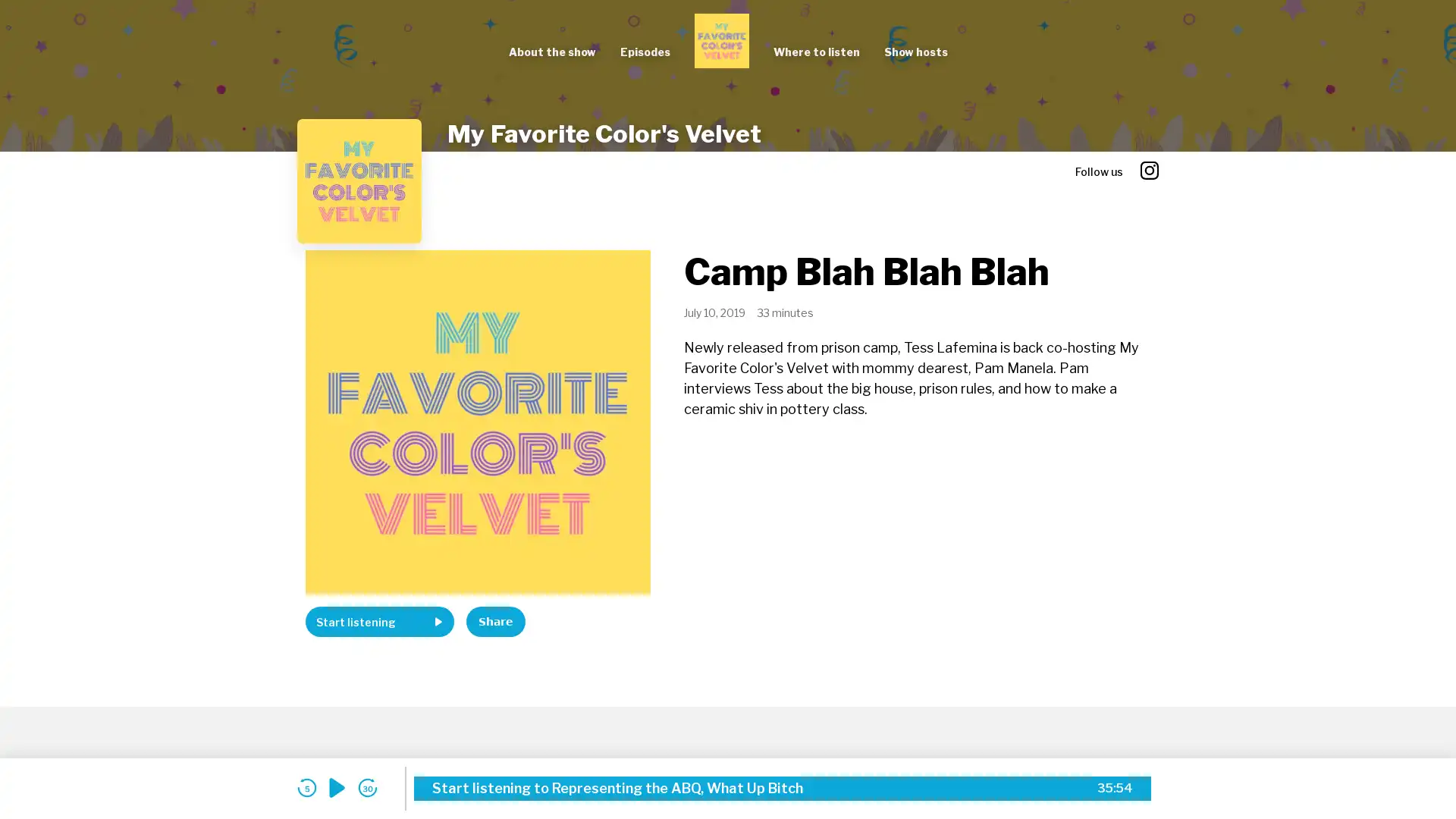 This screenshot has height=819, width=1456. What do you see at coordinates (367, 787) in the screenshot?
I see `skip forward 30 seconds` at bounding box center [367, 787].